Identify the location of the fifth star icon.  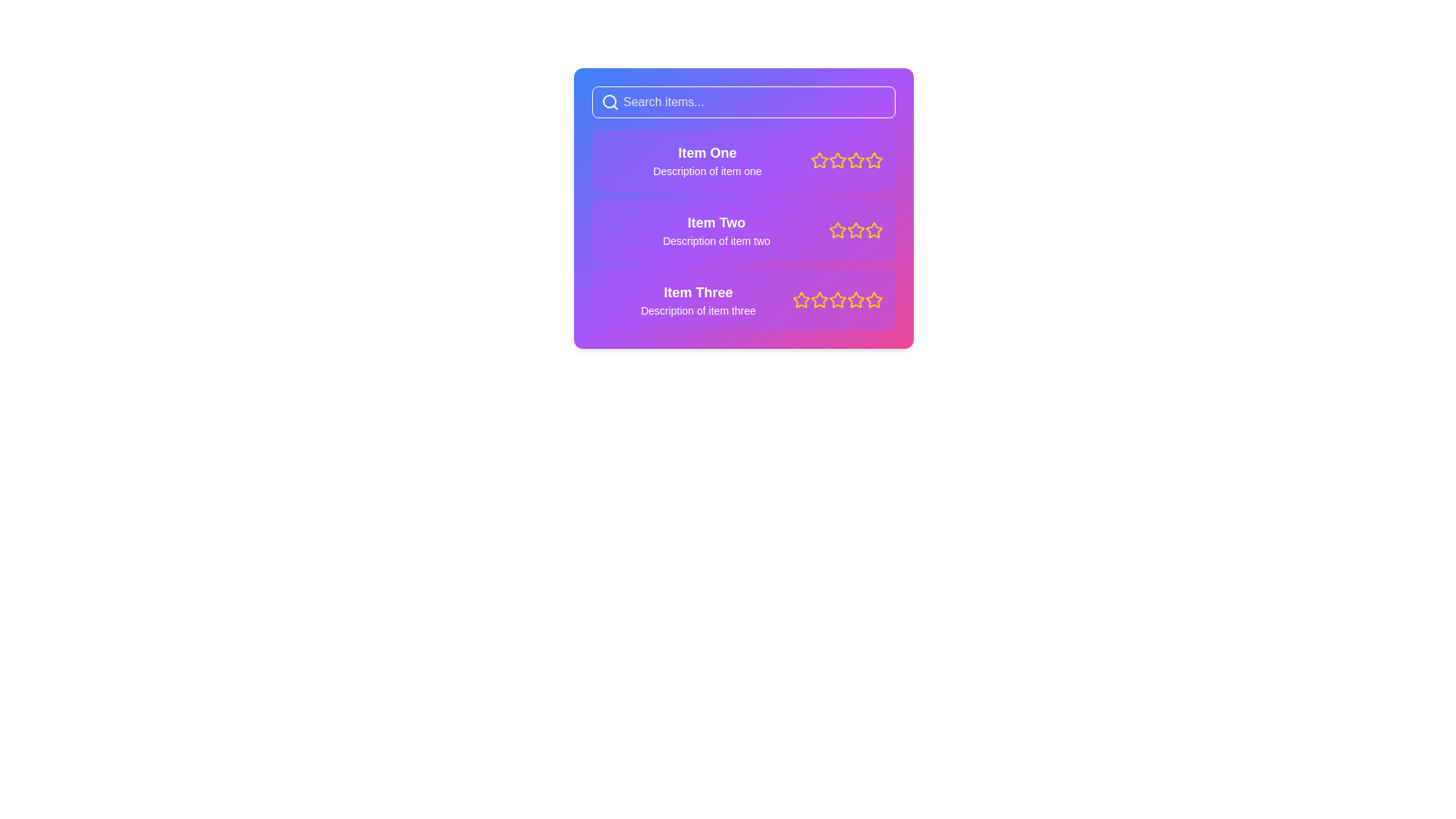
(855, 161).